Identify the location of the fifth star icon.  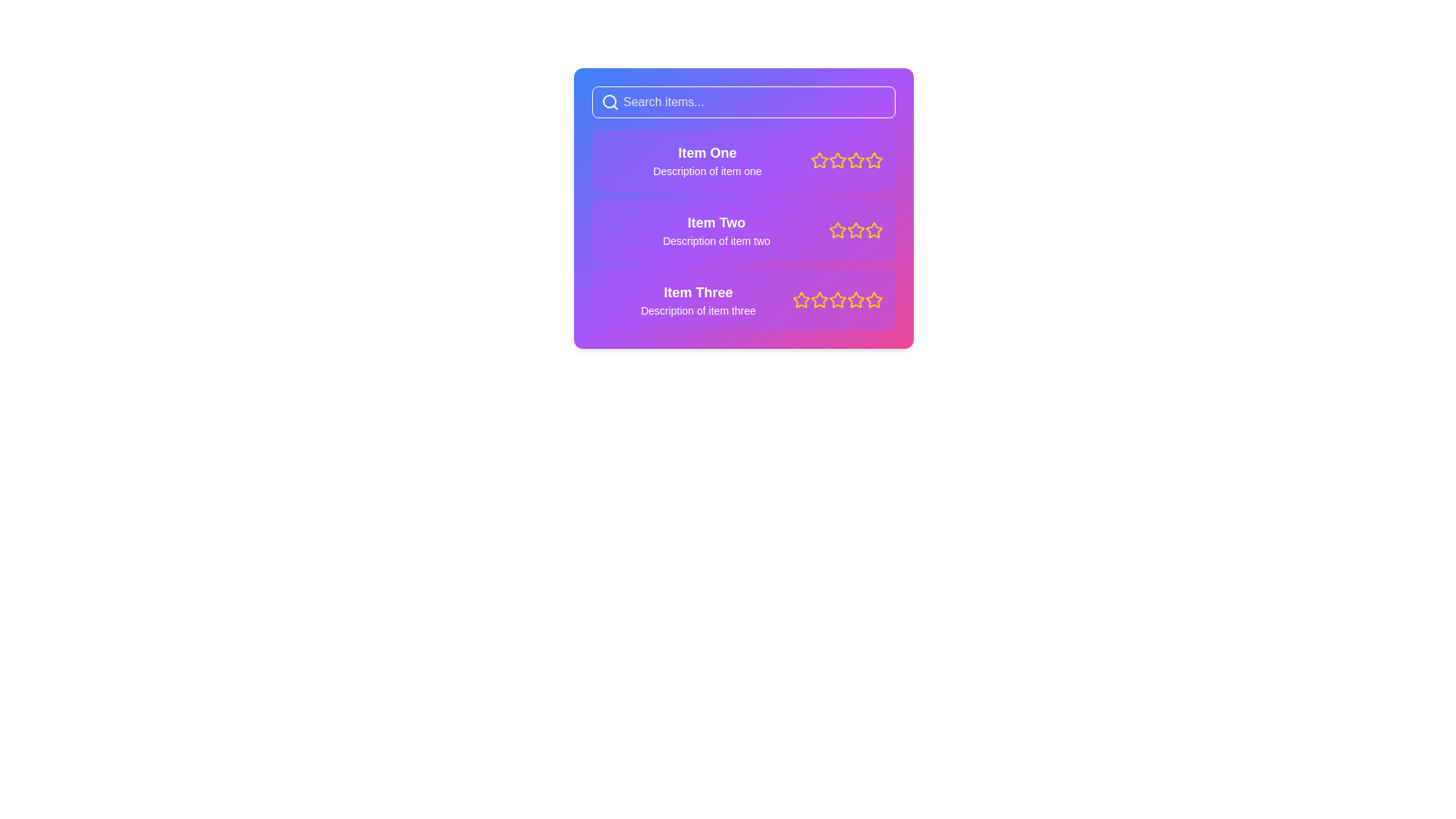
(855, 161).